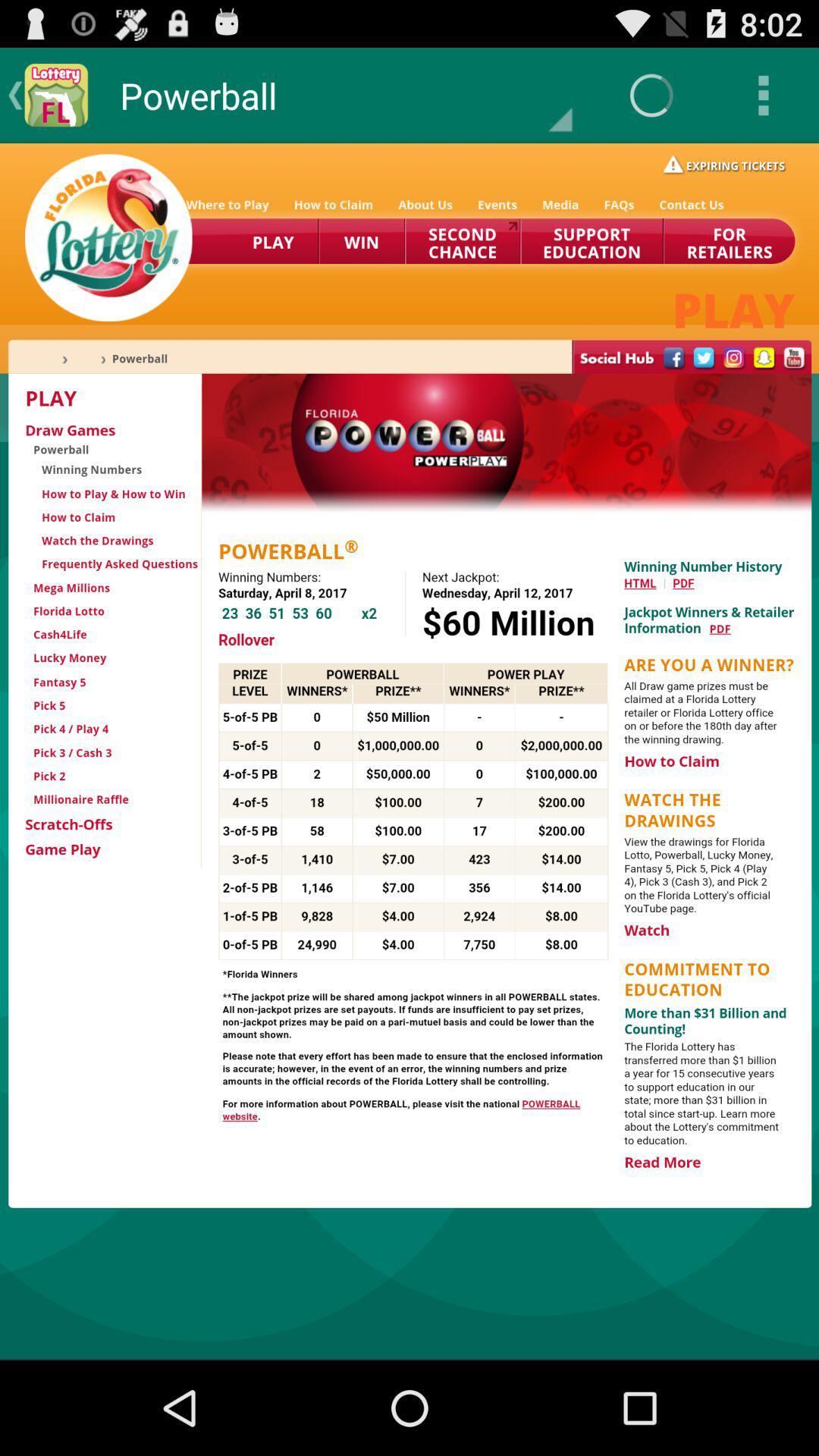 This screenshot has height=1456, width=819. Describe the element at coordinates (409, 751) in the screenshot. I see `menu area` at that location.